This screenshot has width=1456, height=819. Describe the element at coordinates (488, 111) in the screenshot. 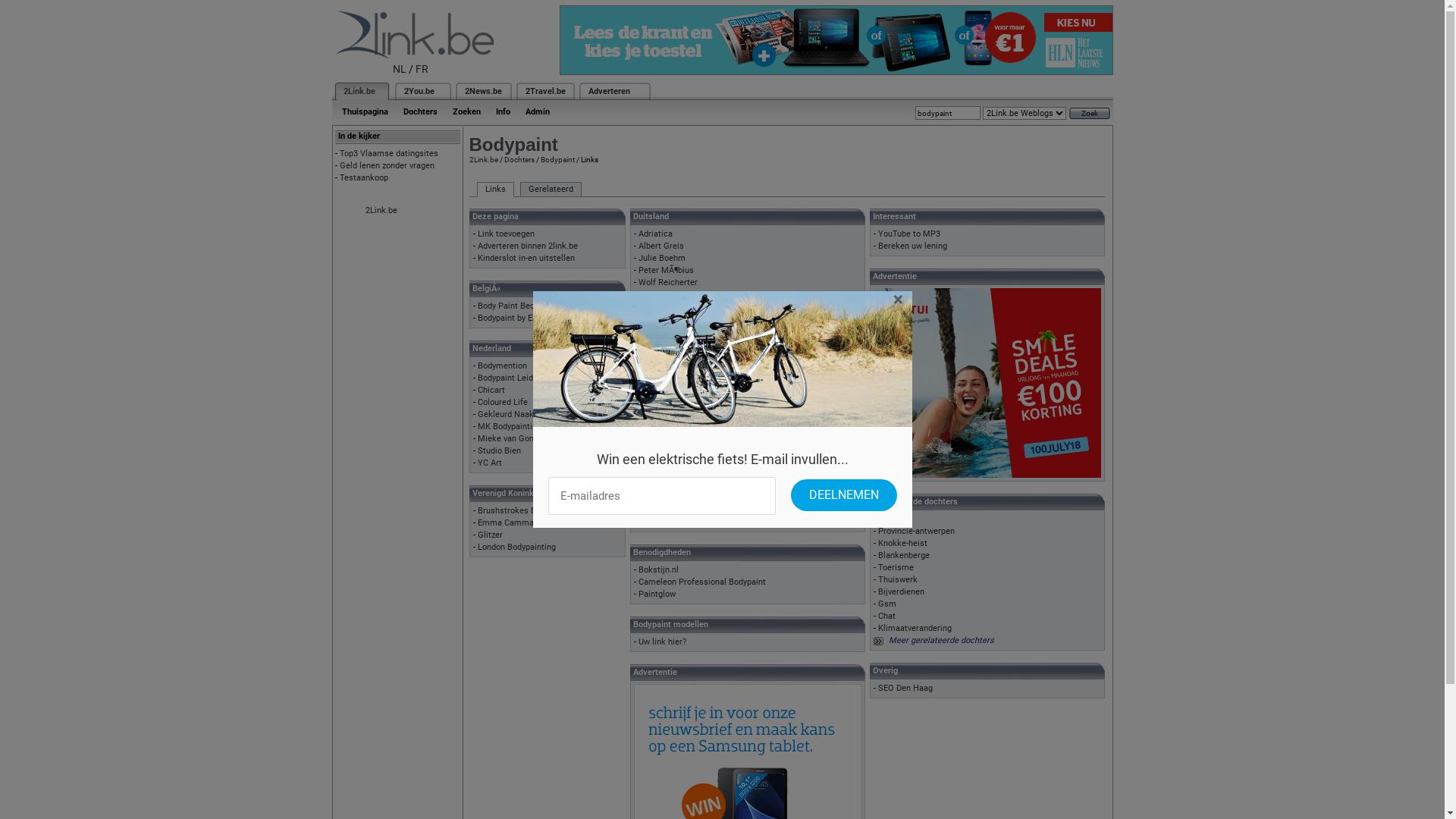

I see `'Info'` at that location.